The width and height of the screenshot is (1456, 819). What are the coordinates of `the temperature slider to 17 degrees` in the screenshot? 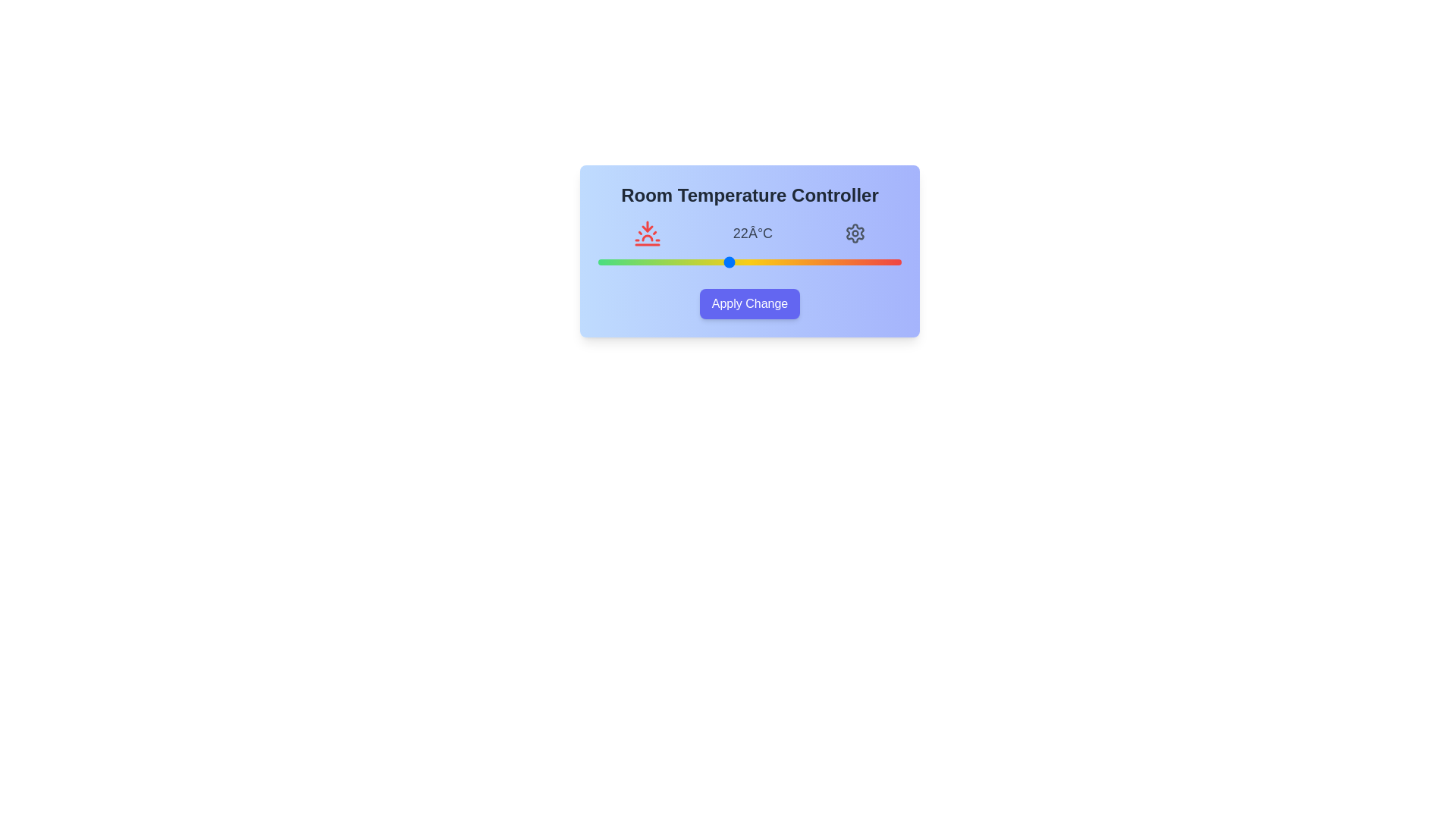 It's located at (620, 262).